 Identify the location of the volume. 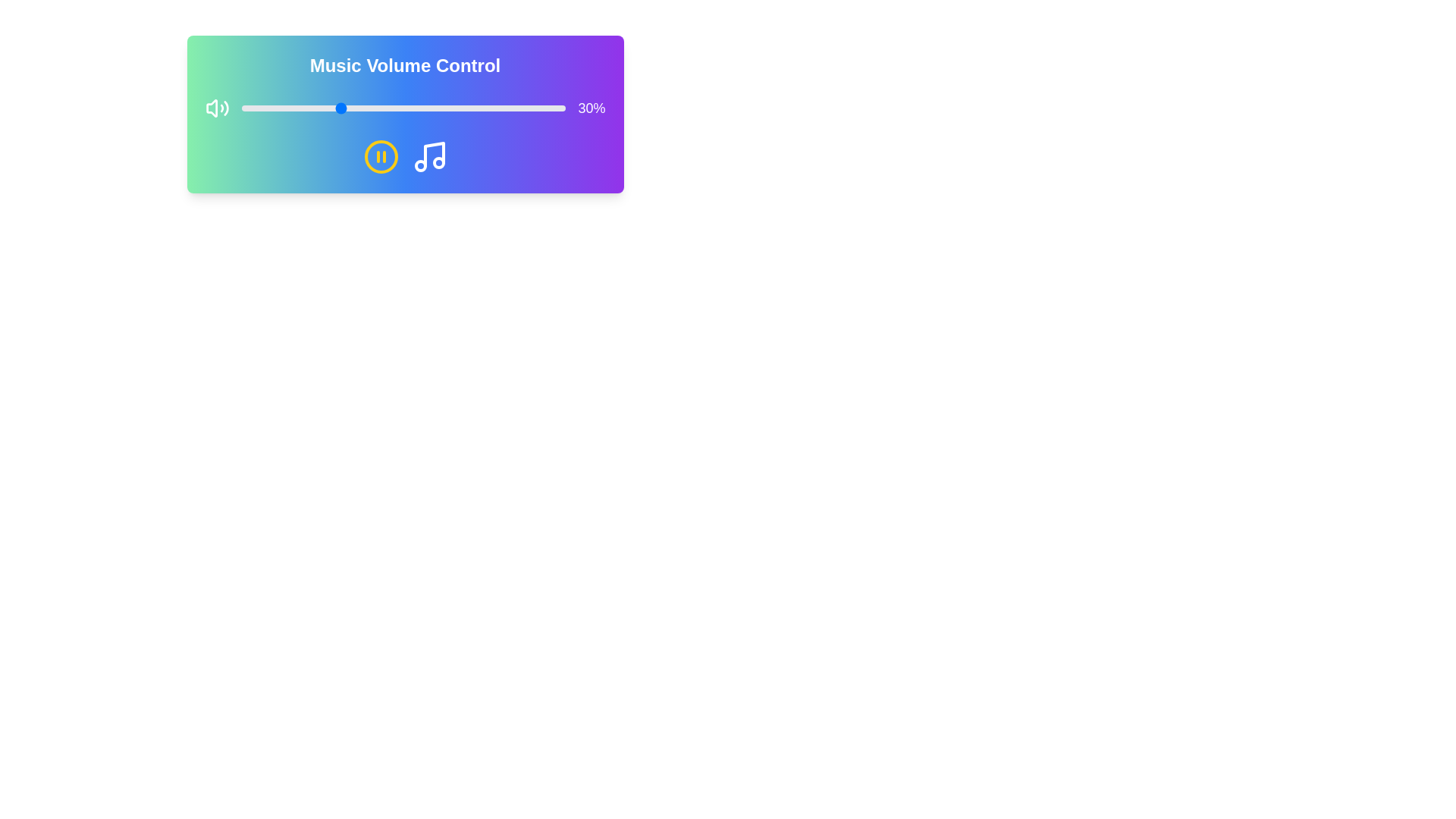
(315, 107).